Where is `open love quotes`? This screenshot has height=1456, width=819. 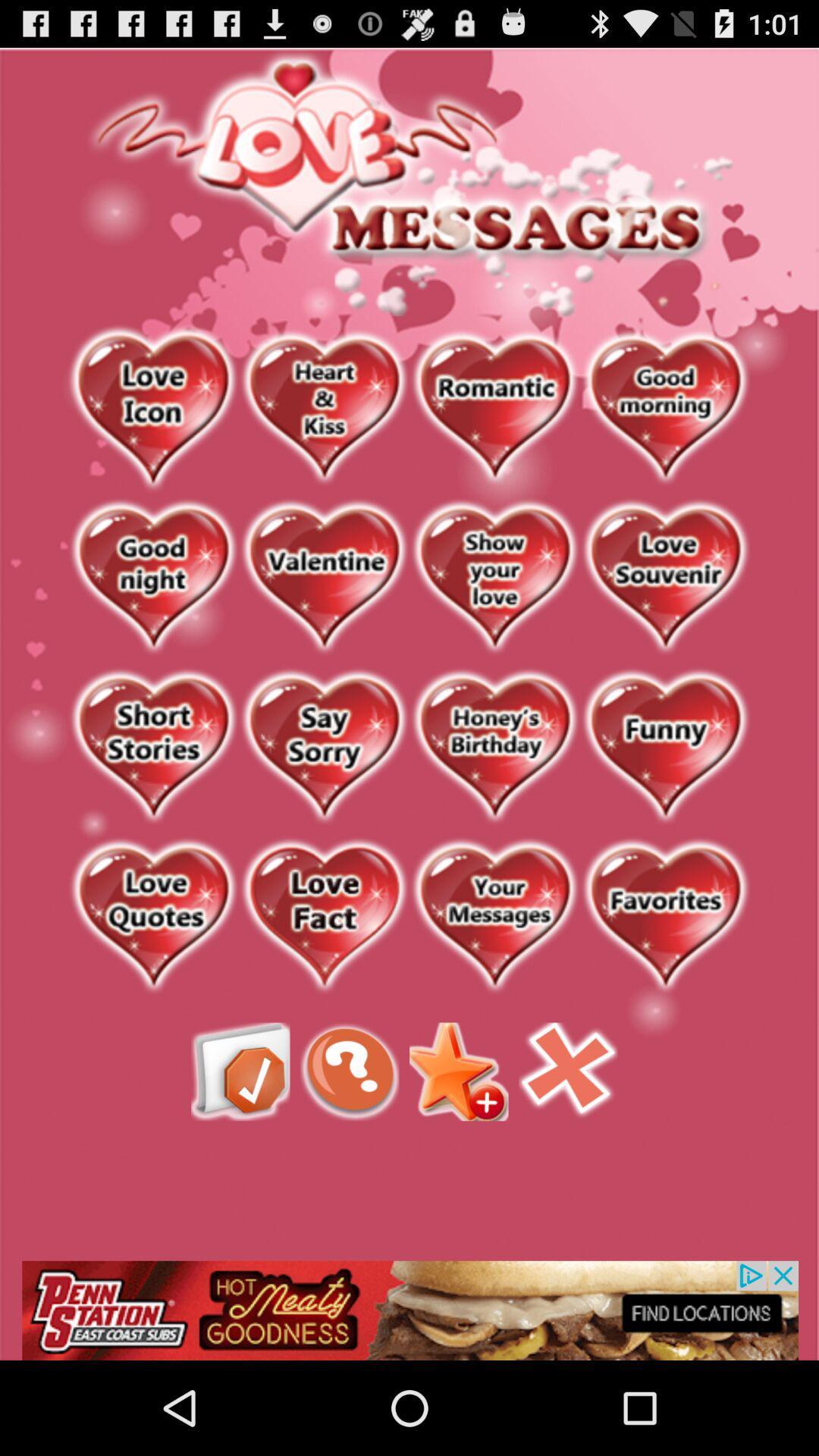 open love quotes is located at coordinates (153, 916).